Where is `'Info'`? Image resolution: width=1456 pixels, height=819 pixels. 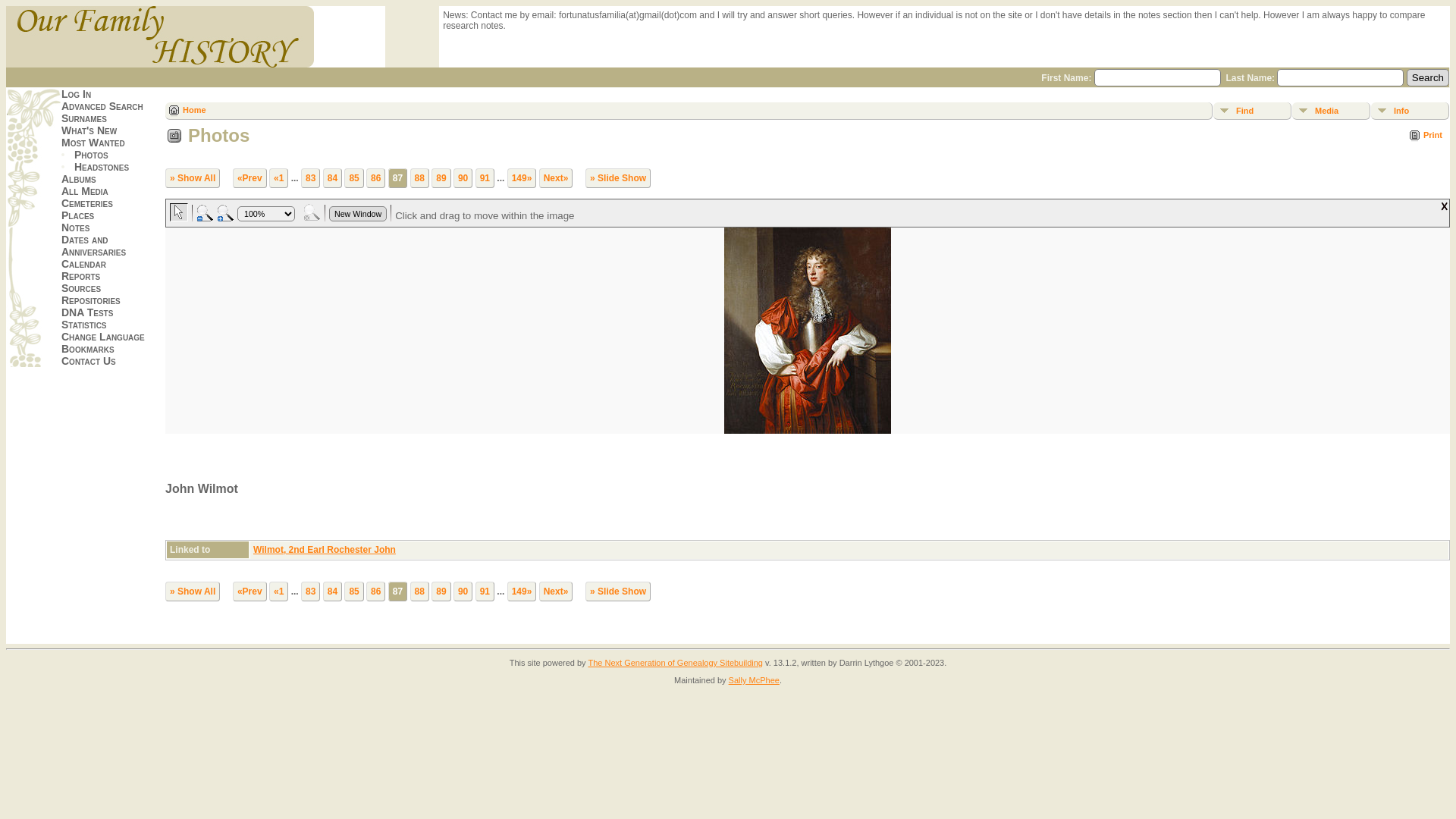
'Info' is located at coordinates (1409, 110).